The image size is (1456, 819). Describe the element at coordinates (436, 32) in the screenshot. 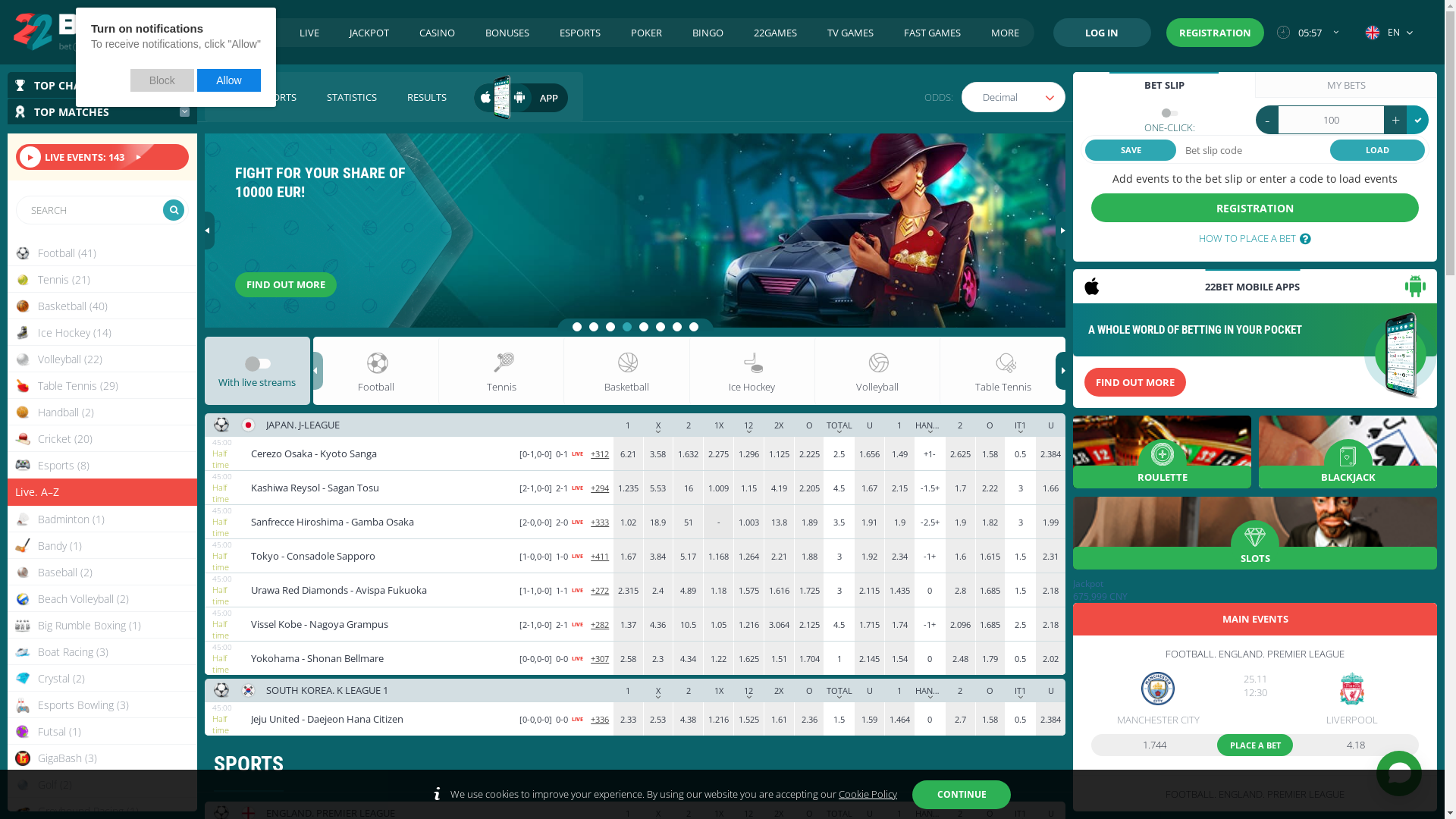

I see `'CASINO'` at that location.